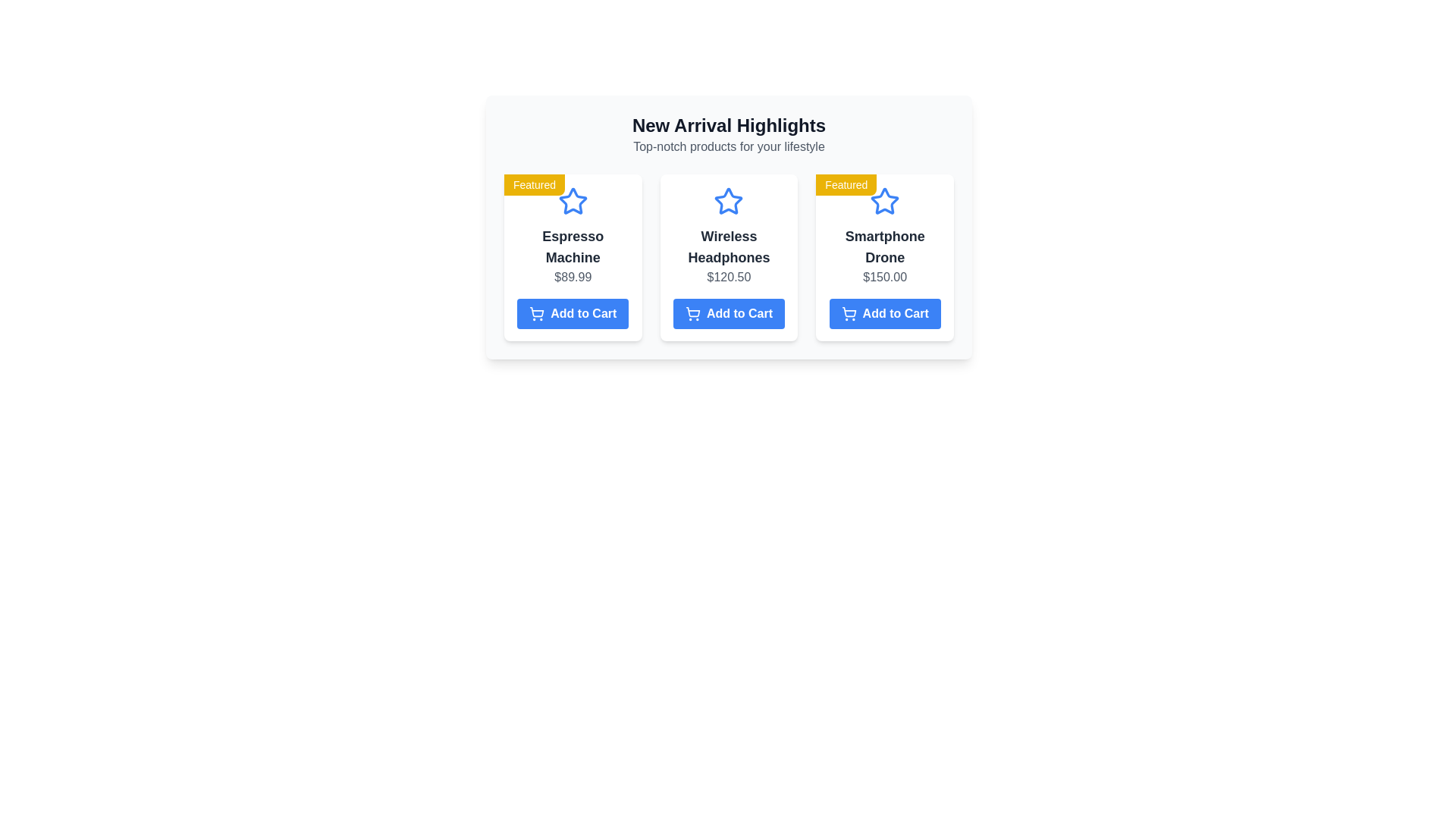 The height and width of the screenshot is (819, 1456). I want to click on the star-shaped icon with a blue outline located within the 'Smartphone Drone' product card under the 'Featured' label, so click(885, 200).